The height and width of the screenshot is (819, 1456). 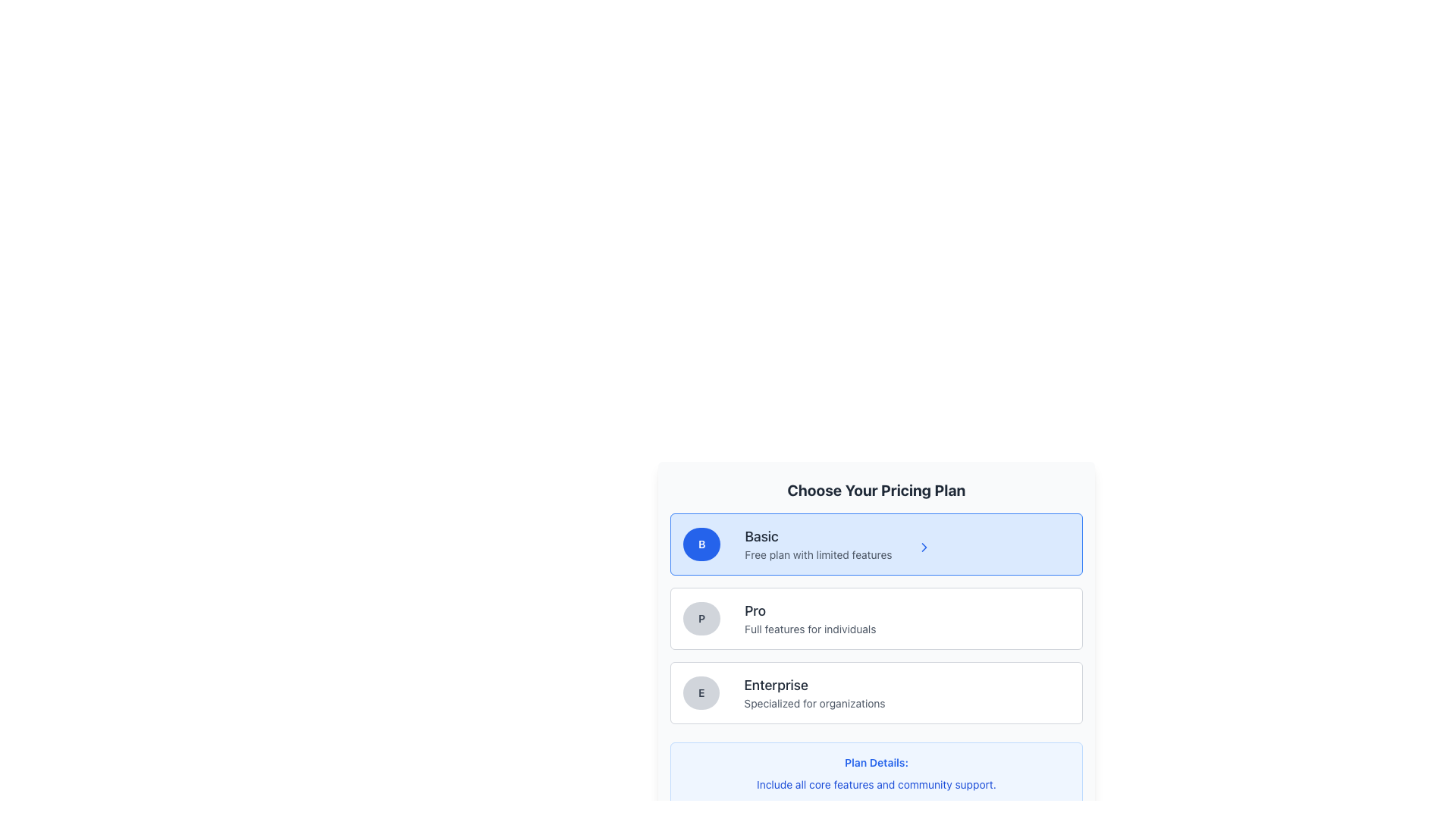 I want to click on the text block representing the basic tier in the pricing plan selection, located inside the first option block under 'Choose Your Pricing Plan', so click(x=817, y=543).